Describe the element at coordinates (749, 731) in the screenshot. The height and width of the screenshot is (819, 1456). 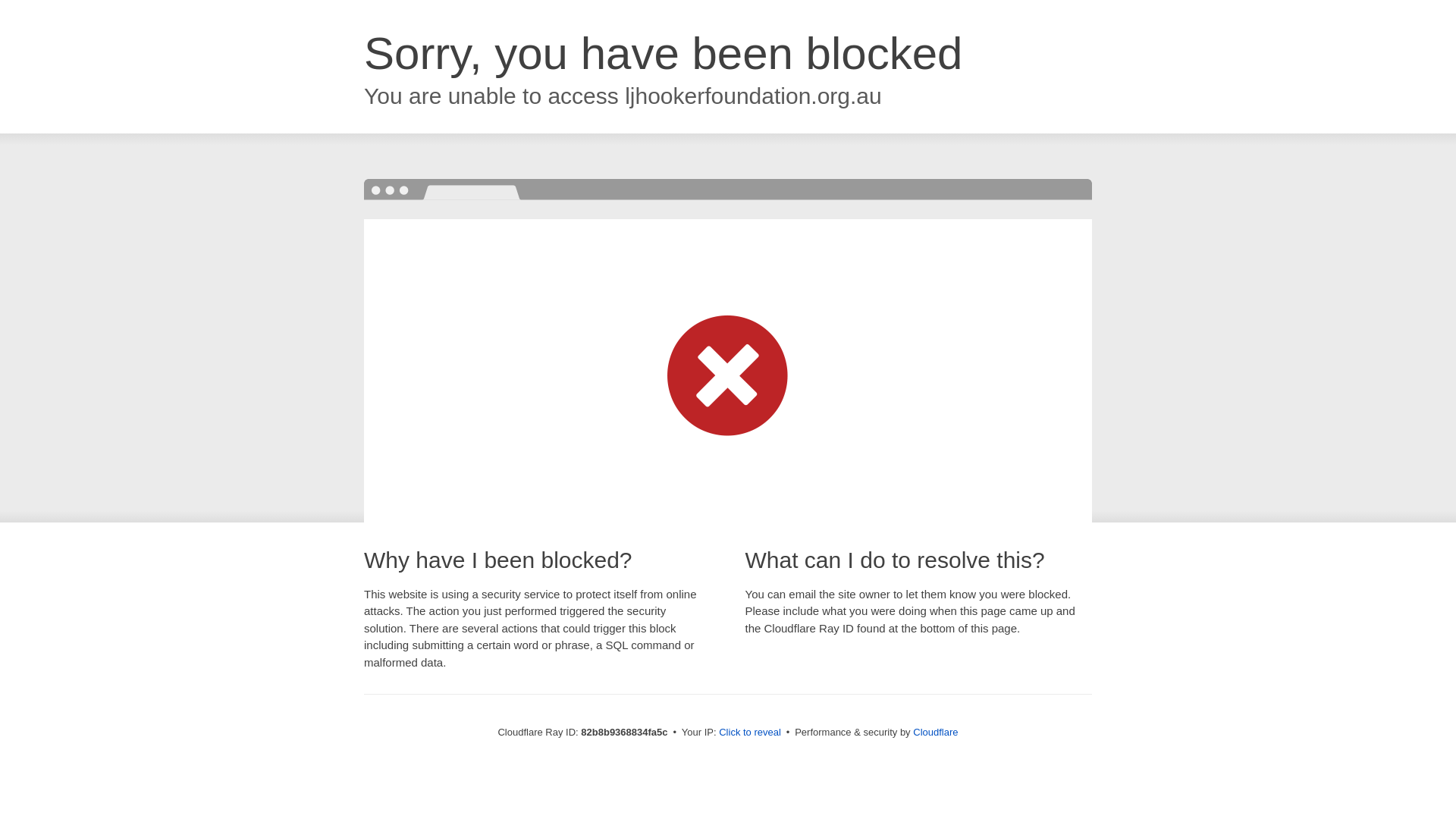
I see `'Click to reveal'` at that location.